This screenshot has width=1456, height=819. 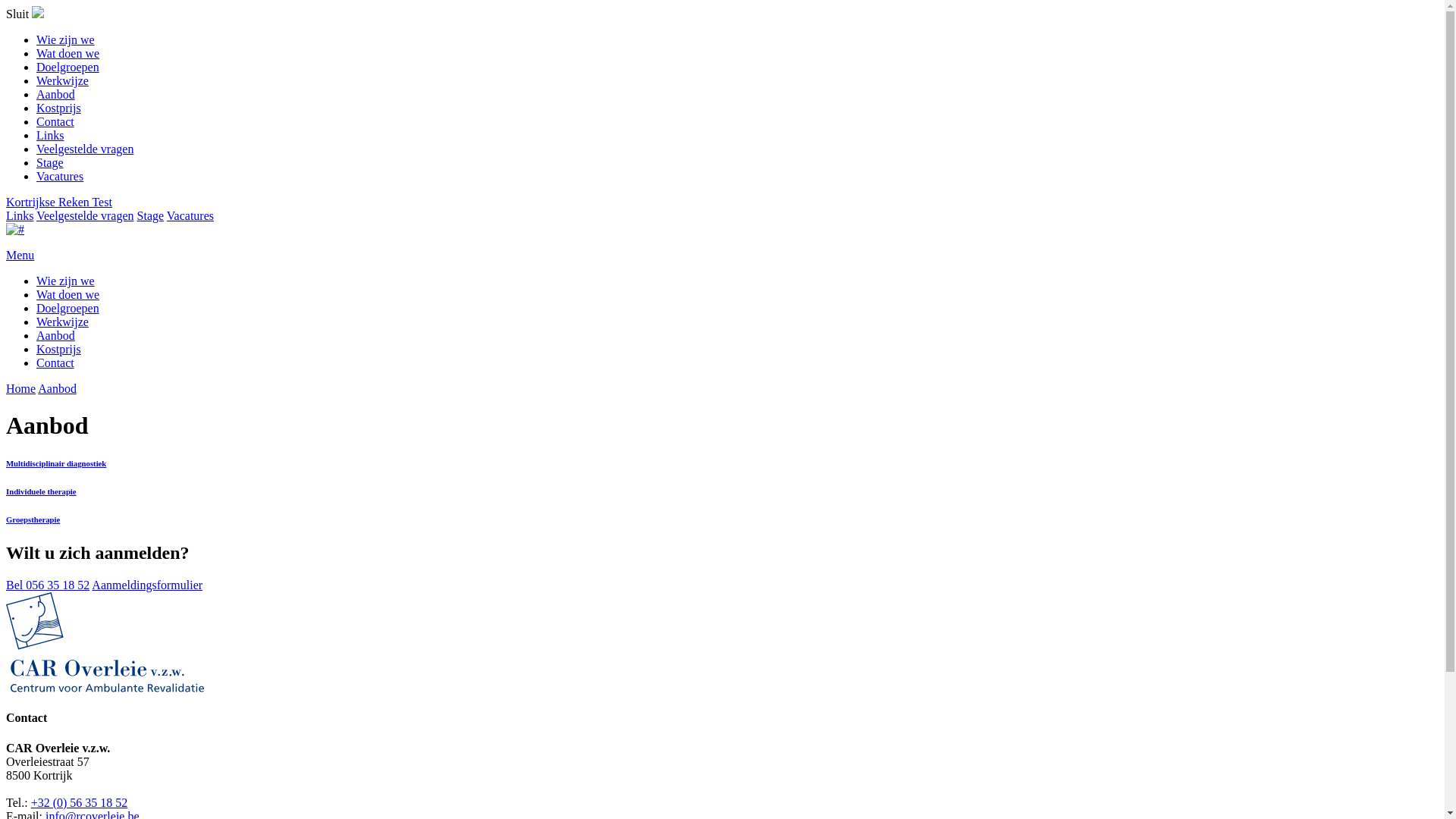 What do you see at coordinates (146, 584) in the screenshot?
I see `'Aanmeldingsformulier'` at bounding box center [146, 584].